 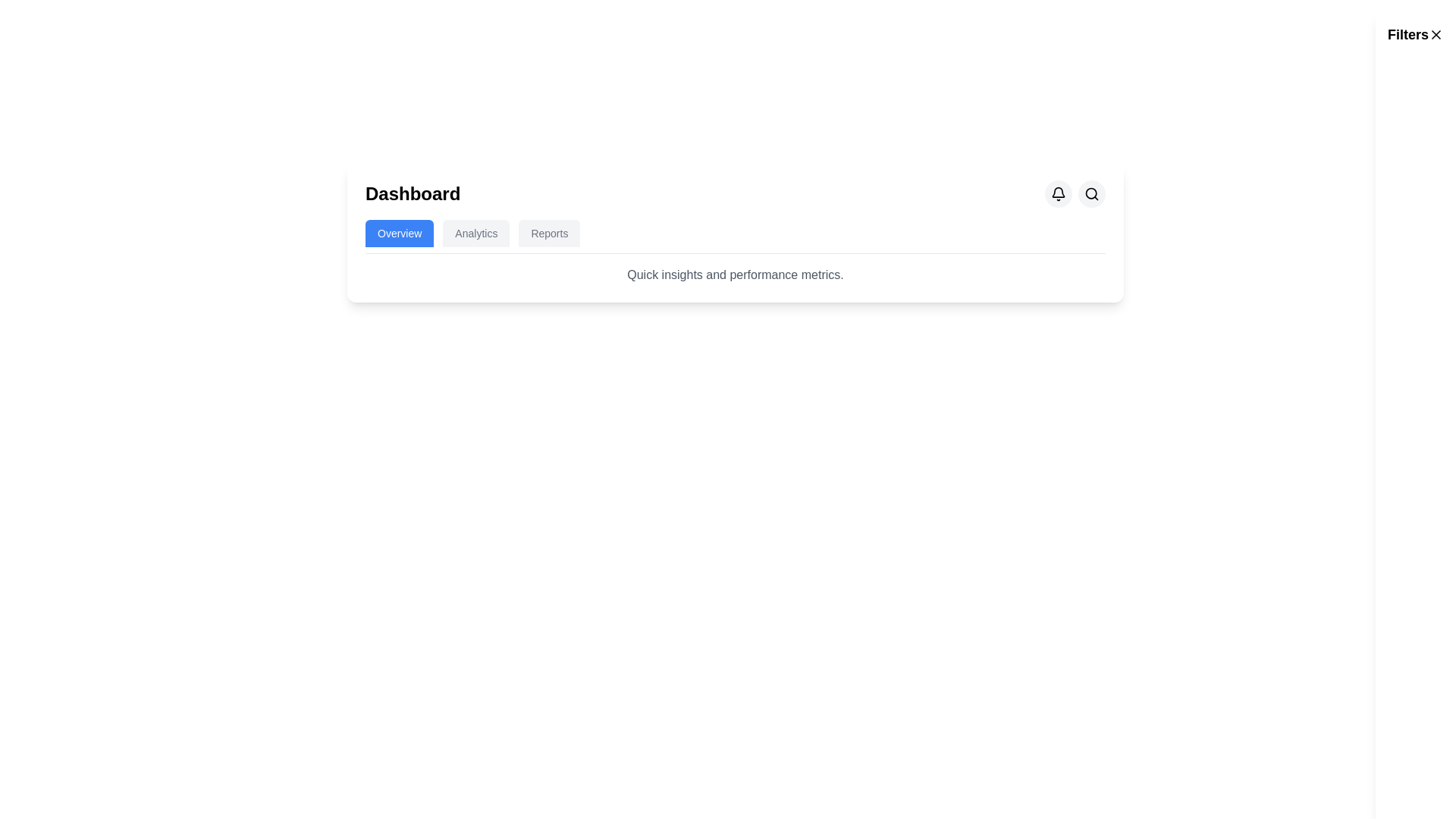 I want to click on the informational header Static Text located, so click(x=735, y=275).